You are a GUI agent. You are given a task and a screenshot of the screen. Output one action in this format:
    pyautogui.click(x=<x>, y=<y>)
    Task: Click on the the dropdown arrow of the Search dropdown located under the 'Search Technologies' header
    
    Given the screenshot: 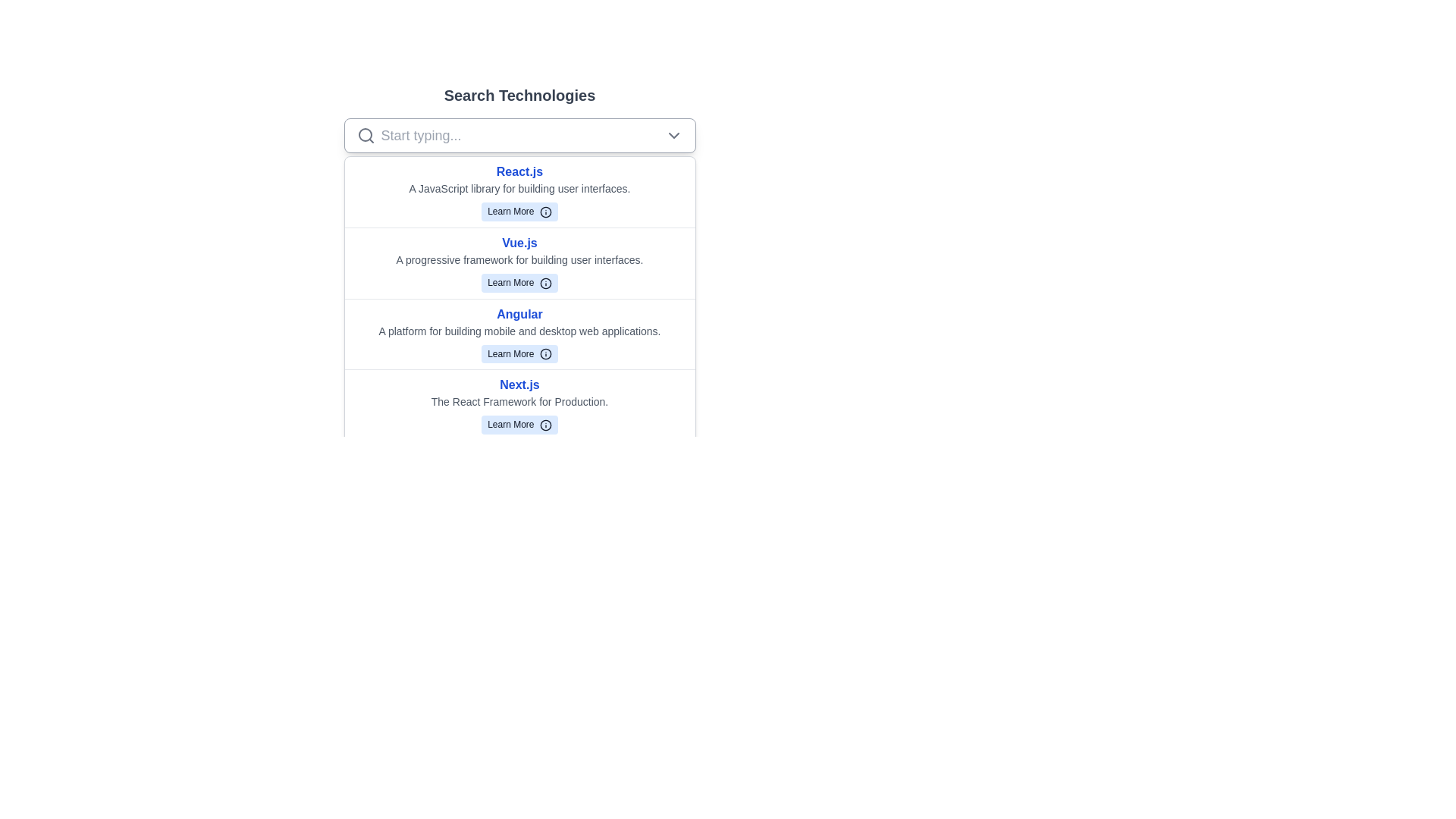 What is the action you would take?
    pyautogui.click(x=519, y=118)
    